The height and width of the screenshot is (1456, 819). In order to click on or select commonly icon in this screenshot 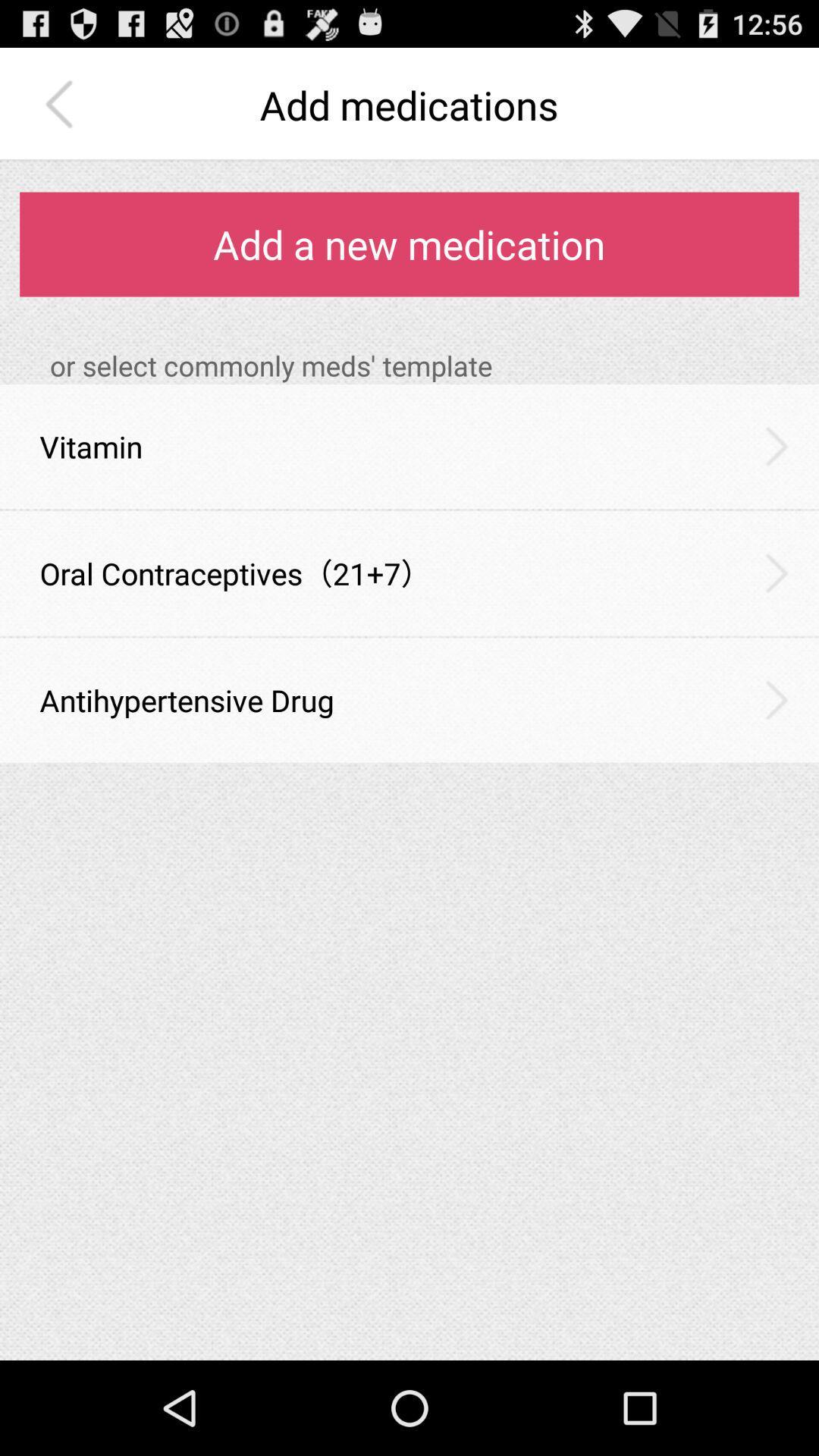, I will do `click(424, 366)`.